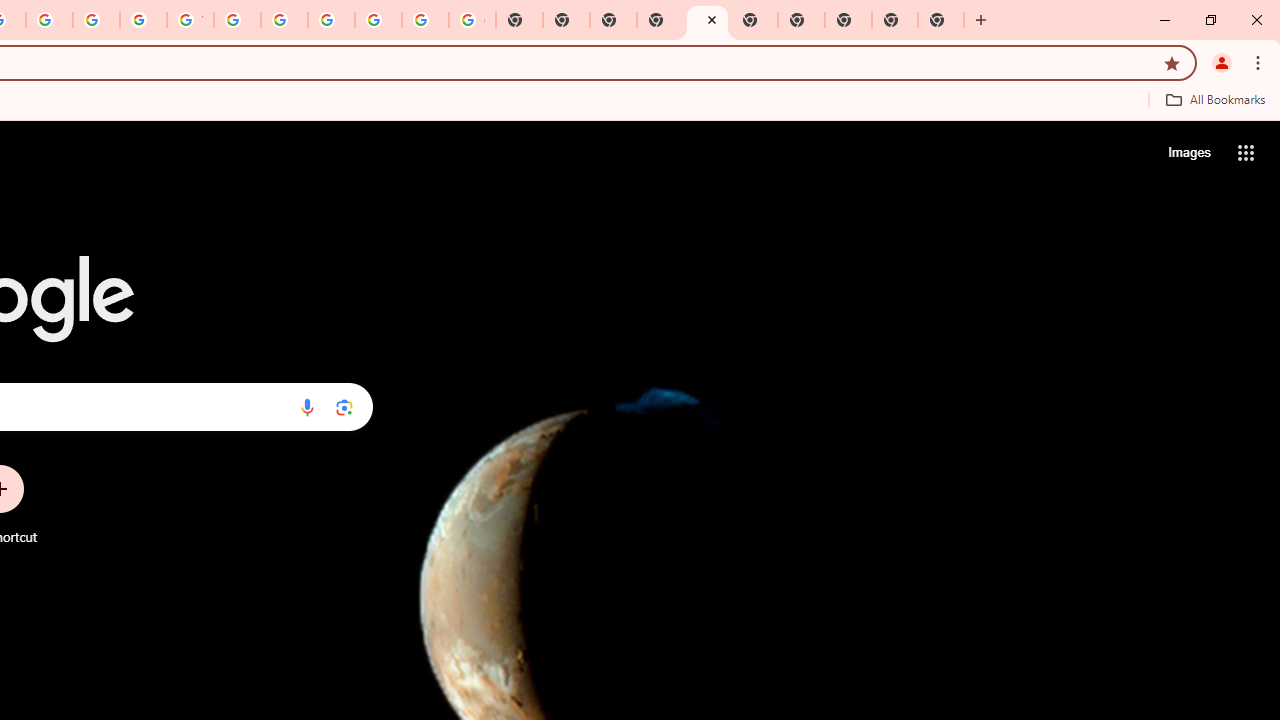  What do you see at coordinates (1214, 99) in the screenshot?
I see `'All Bookmarks'` at bounding box center [1214, 99].